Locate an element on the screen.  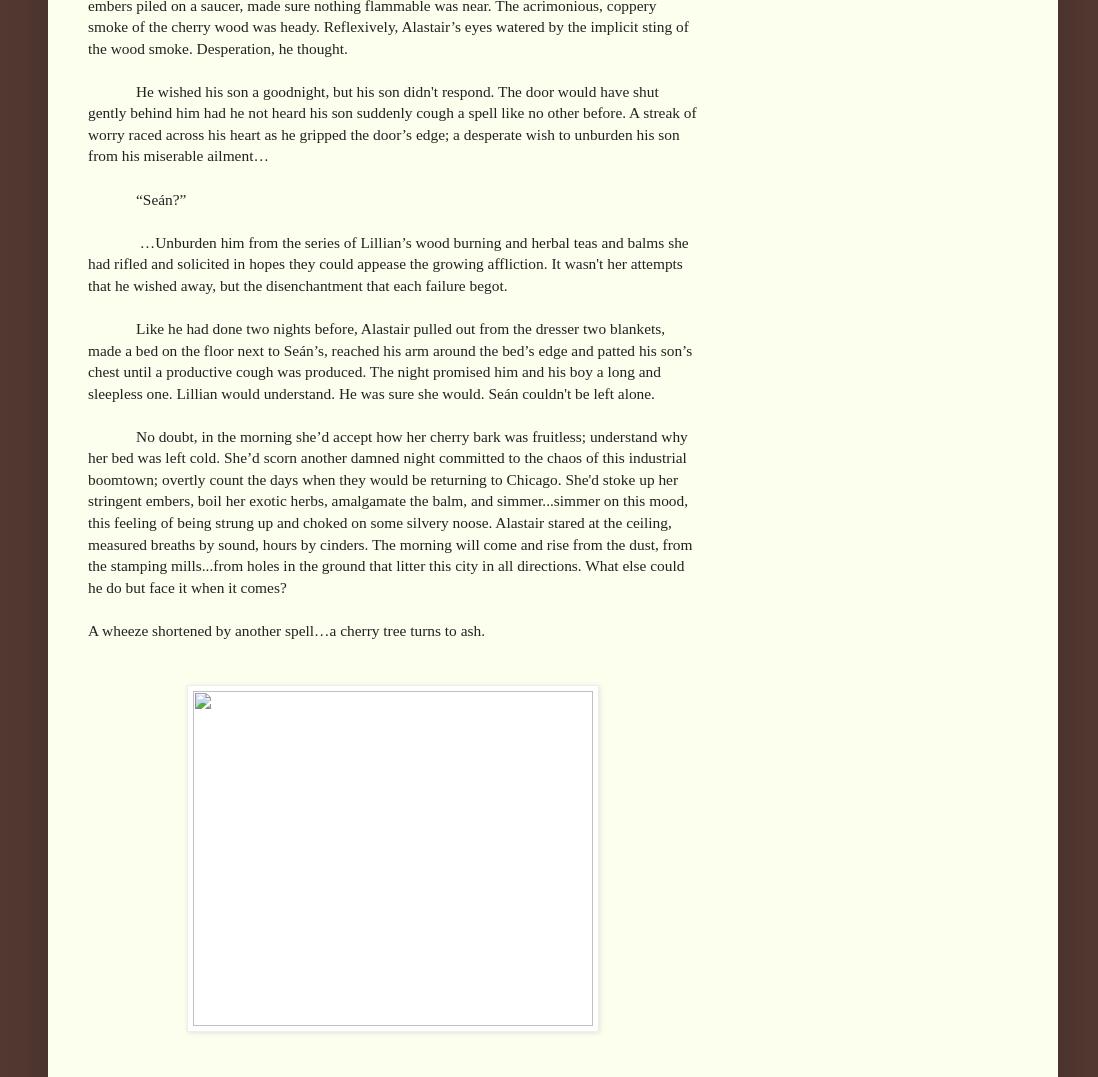
'o doubt, i' is located at coordinates (176, 434).